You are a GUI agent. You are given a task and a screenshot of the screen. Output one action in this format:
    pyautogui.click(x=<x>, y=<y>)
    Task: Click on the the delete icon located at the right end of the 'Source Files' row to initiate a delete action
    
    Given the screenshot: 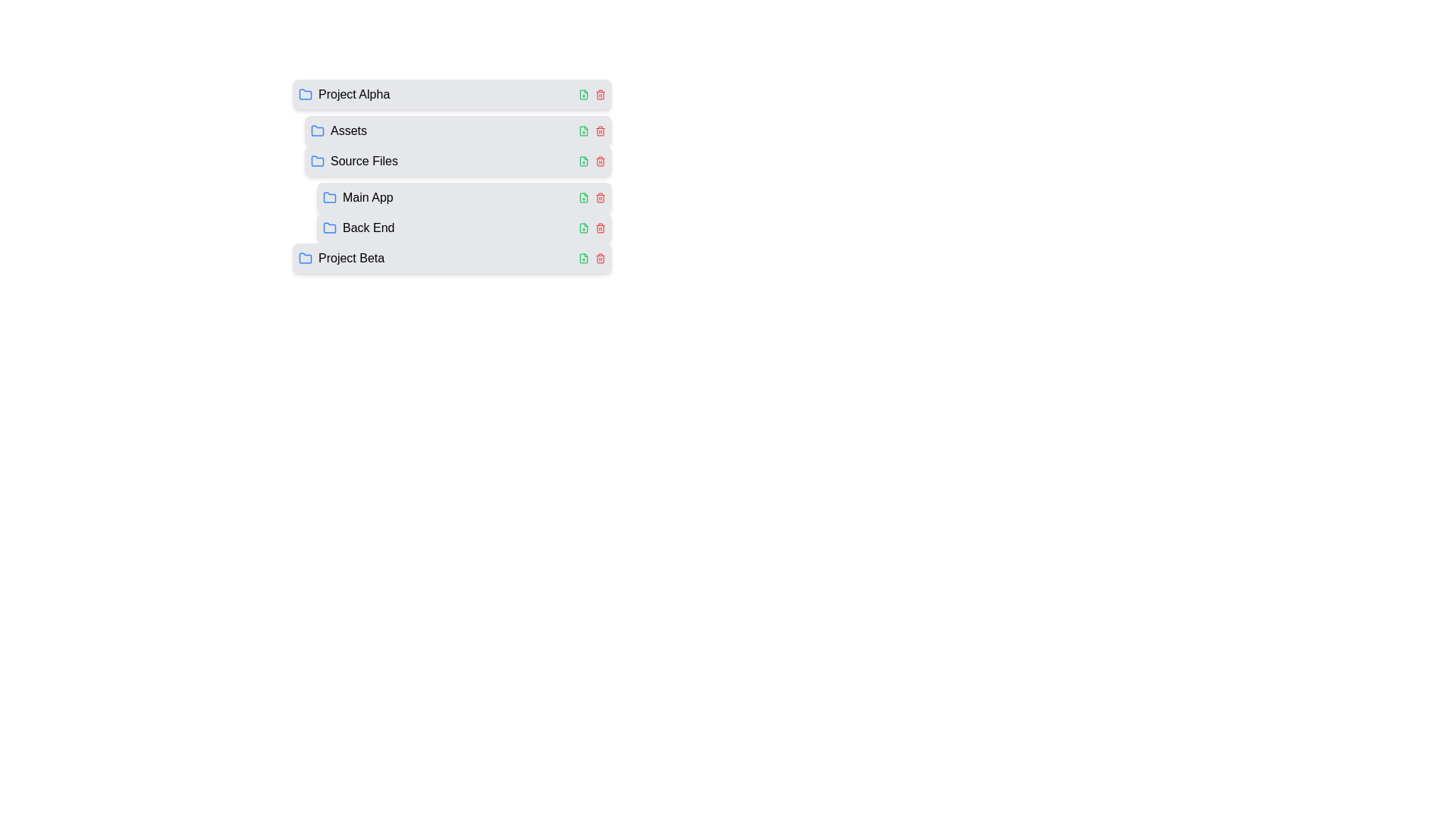 What is the action you would take?
    pyautogui.click(x=600, y=161)
    